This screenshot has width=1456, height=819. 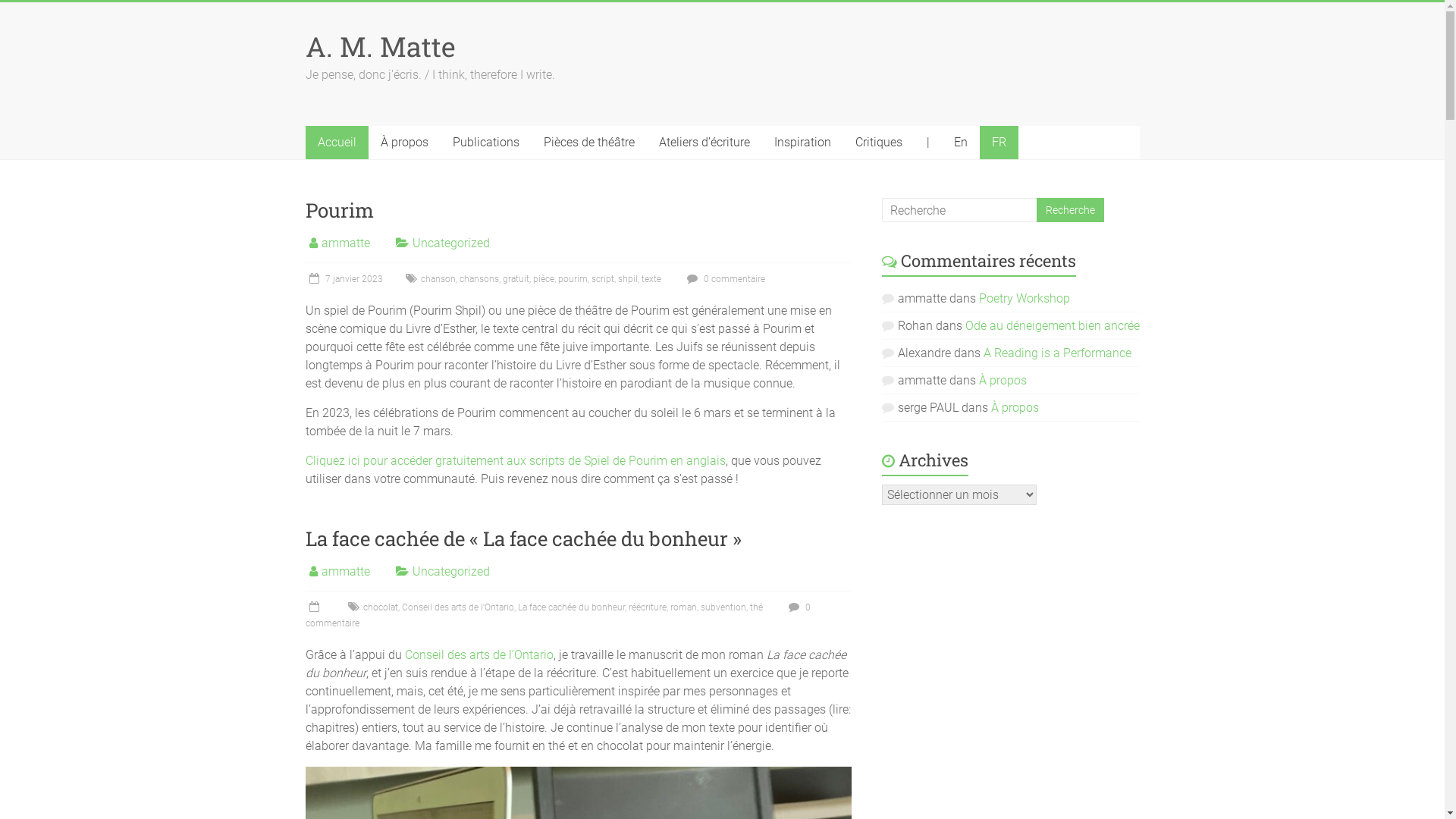 What do you see at coordinates (682, 607) in the screenshot?
I see `'roman'` at bounding box center [682, 607].